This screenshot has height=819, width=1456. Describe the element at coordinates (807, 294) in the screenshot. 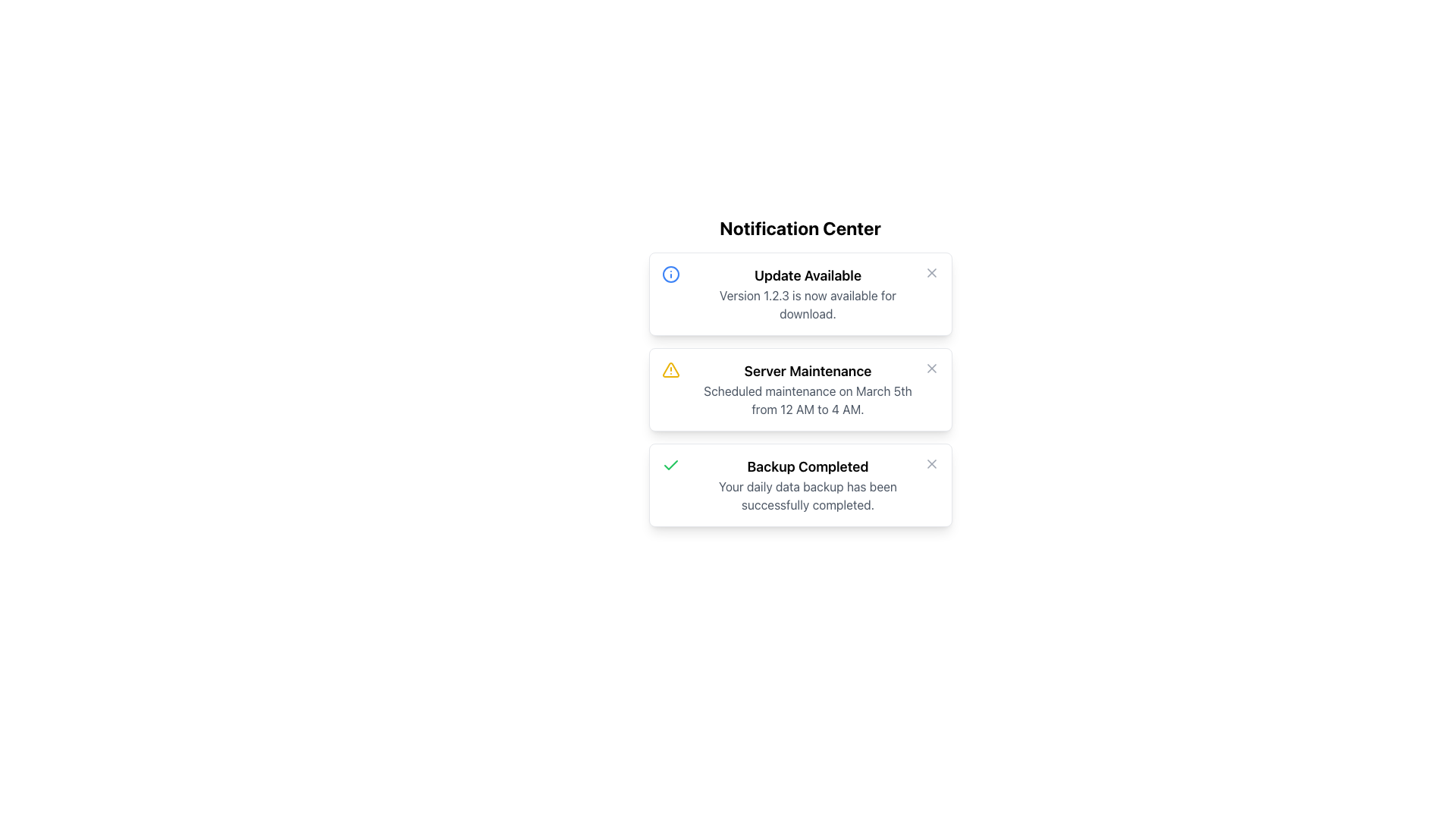

I see `notification message 'Update Available' and 'Version 1.2.3 is now available for download.' displayed in the text label component of the top notification card` at that location.